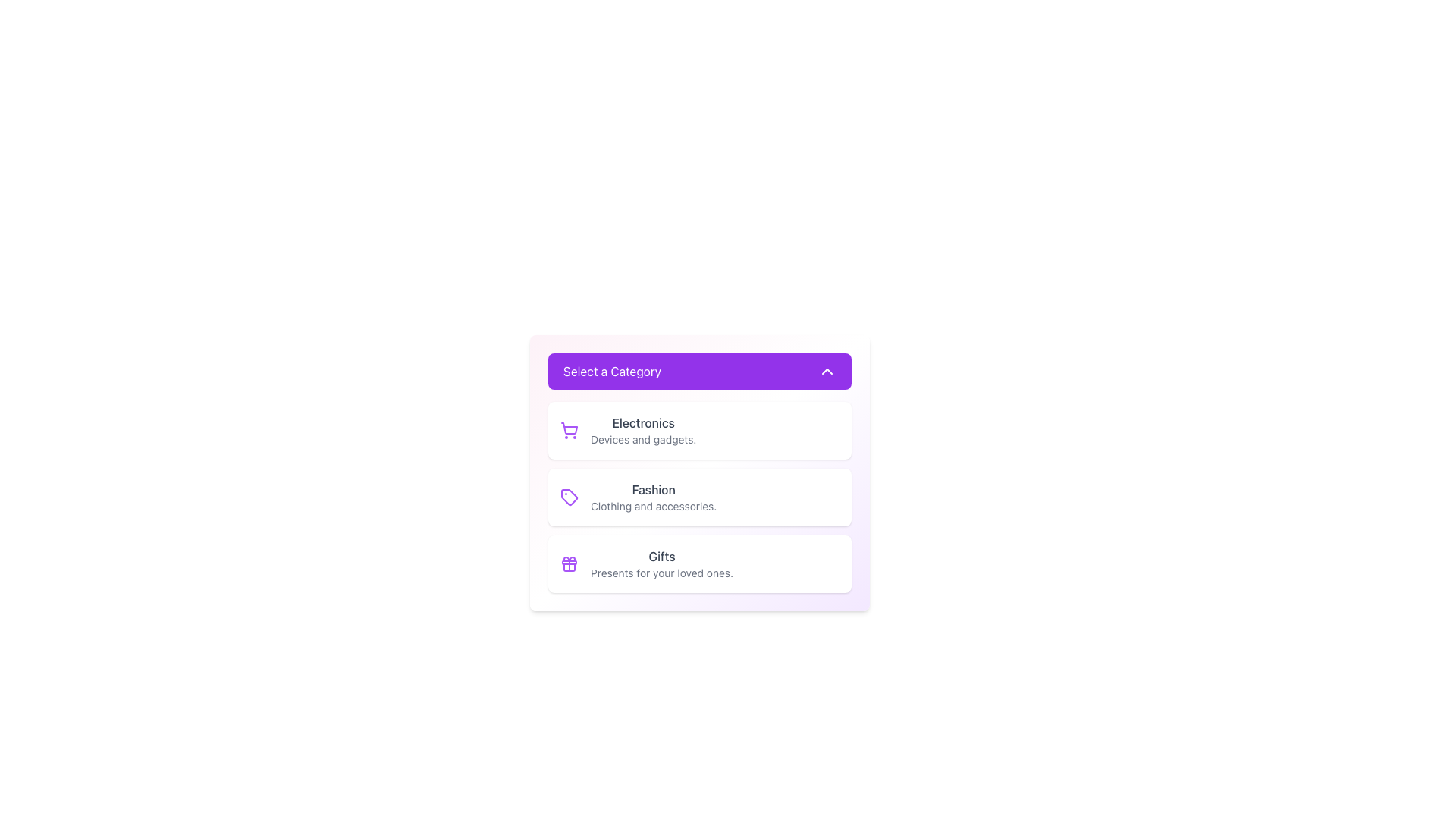  Describe the element at coordinates (568, 562) in the screenshot. I see `the decorative graphical component, which is a thin rectangular bar located within a compact gift box icon next to the 'Gifts' text in the list` at that location.